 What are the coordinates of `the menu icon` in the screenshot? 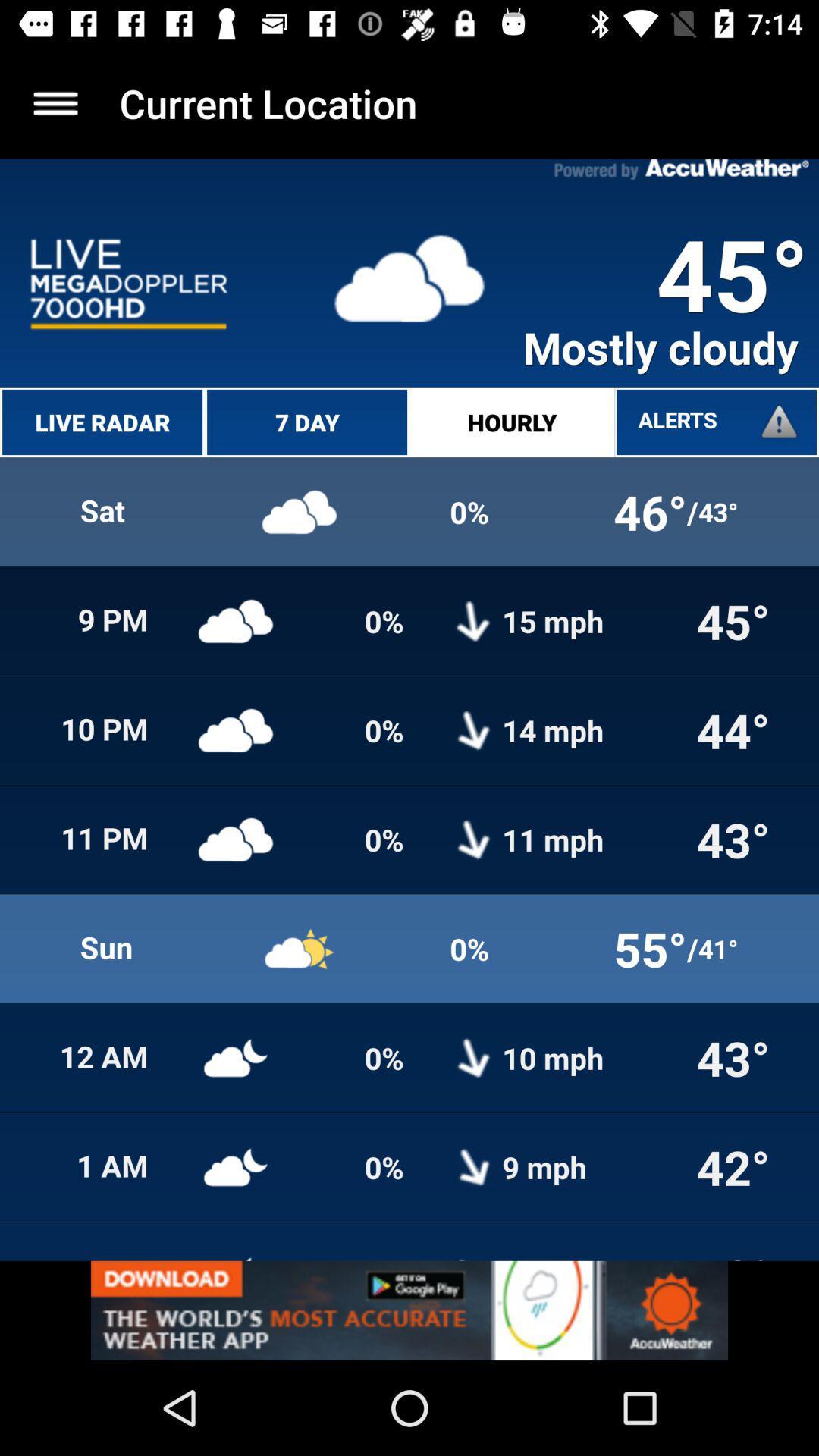 It's located at (55, 102).